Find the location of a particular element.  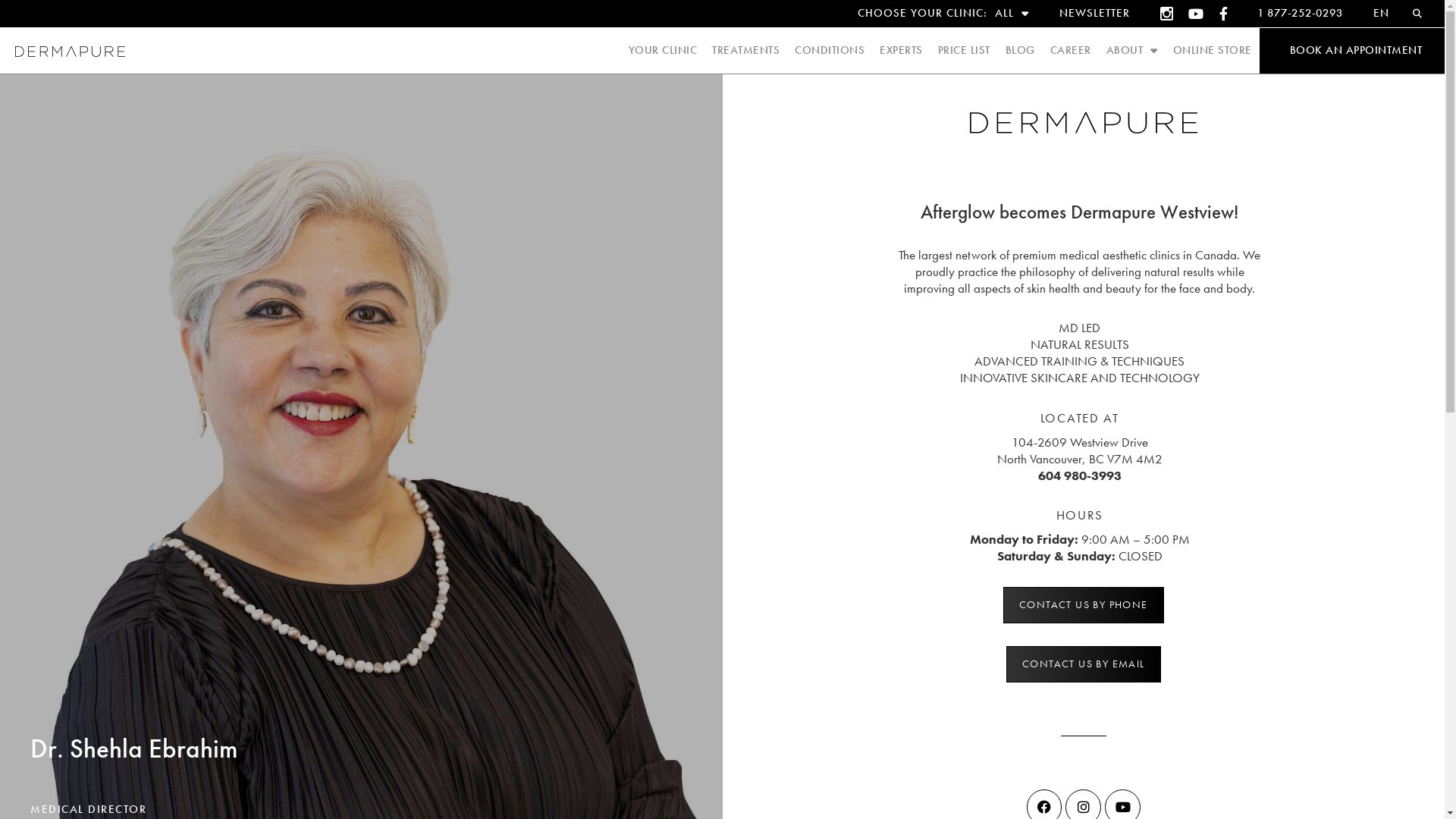

'CONTACT US BY PHONE' is located at coordinates (1003, 604).